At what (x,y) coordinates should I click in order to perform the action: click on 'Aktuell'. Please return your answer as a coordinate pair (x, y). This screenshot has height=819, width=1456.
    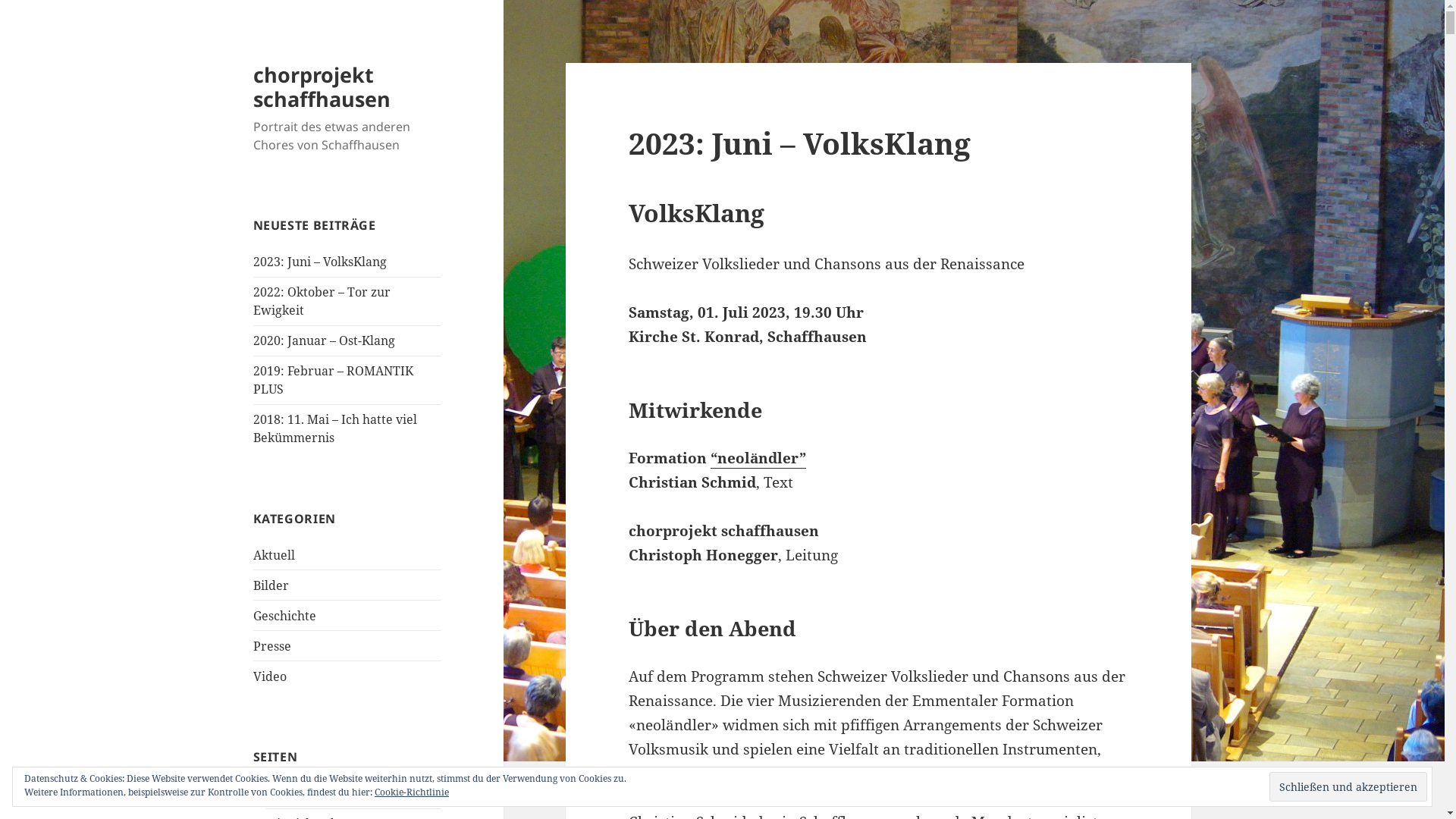
    Looking at the image, I should click on (253, 555).